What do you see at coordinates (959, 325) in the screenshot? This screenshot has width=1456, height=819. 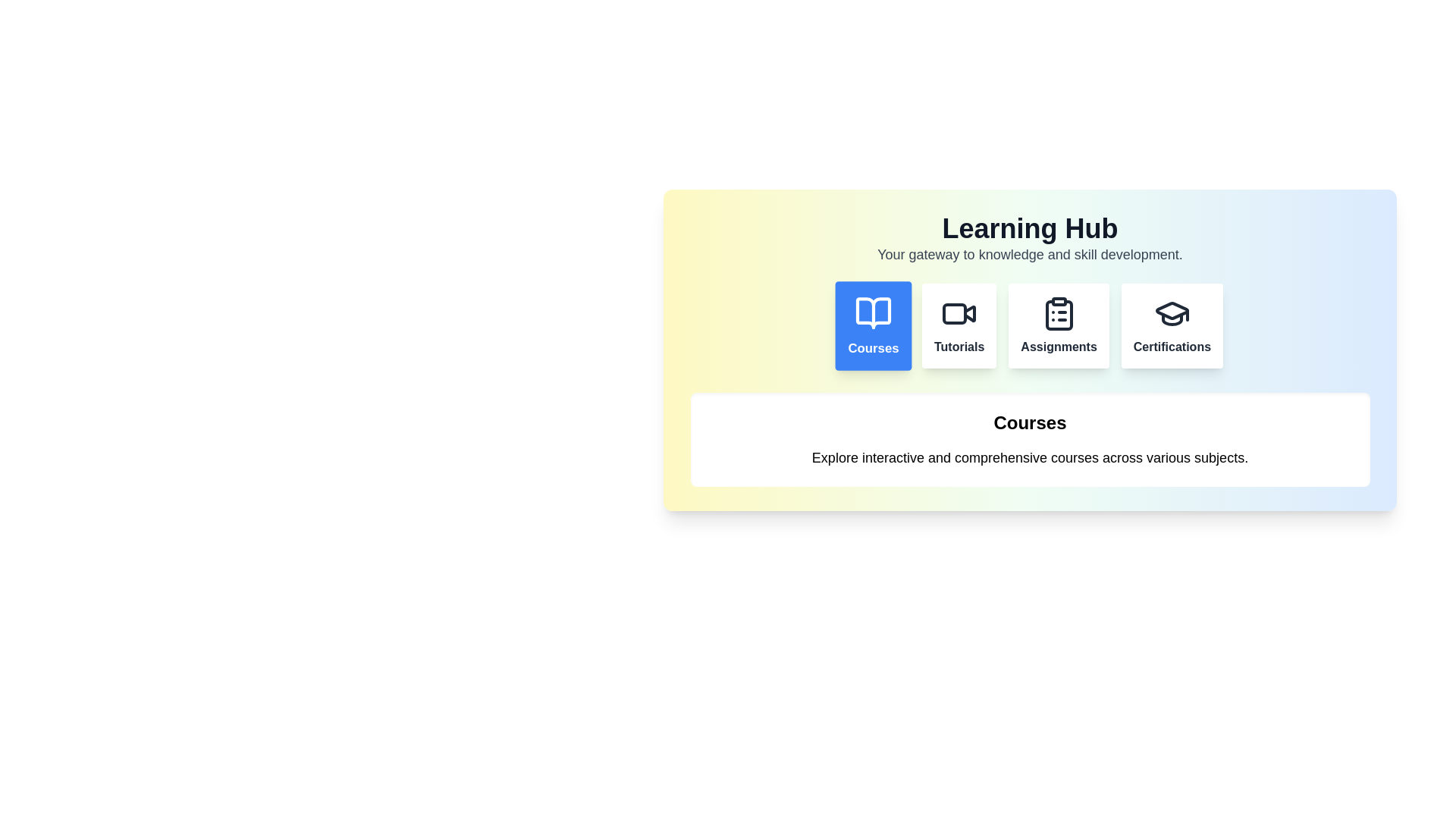 I see `the tab button labeled Tutorials to select it` at bounding box center [959, 325].